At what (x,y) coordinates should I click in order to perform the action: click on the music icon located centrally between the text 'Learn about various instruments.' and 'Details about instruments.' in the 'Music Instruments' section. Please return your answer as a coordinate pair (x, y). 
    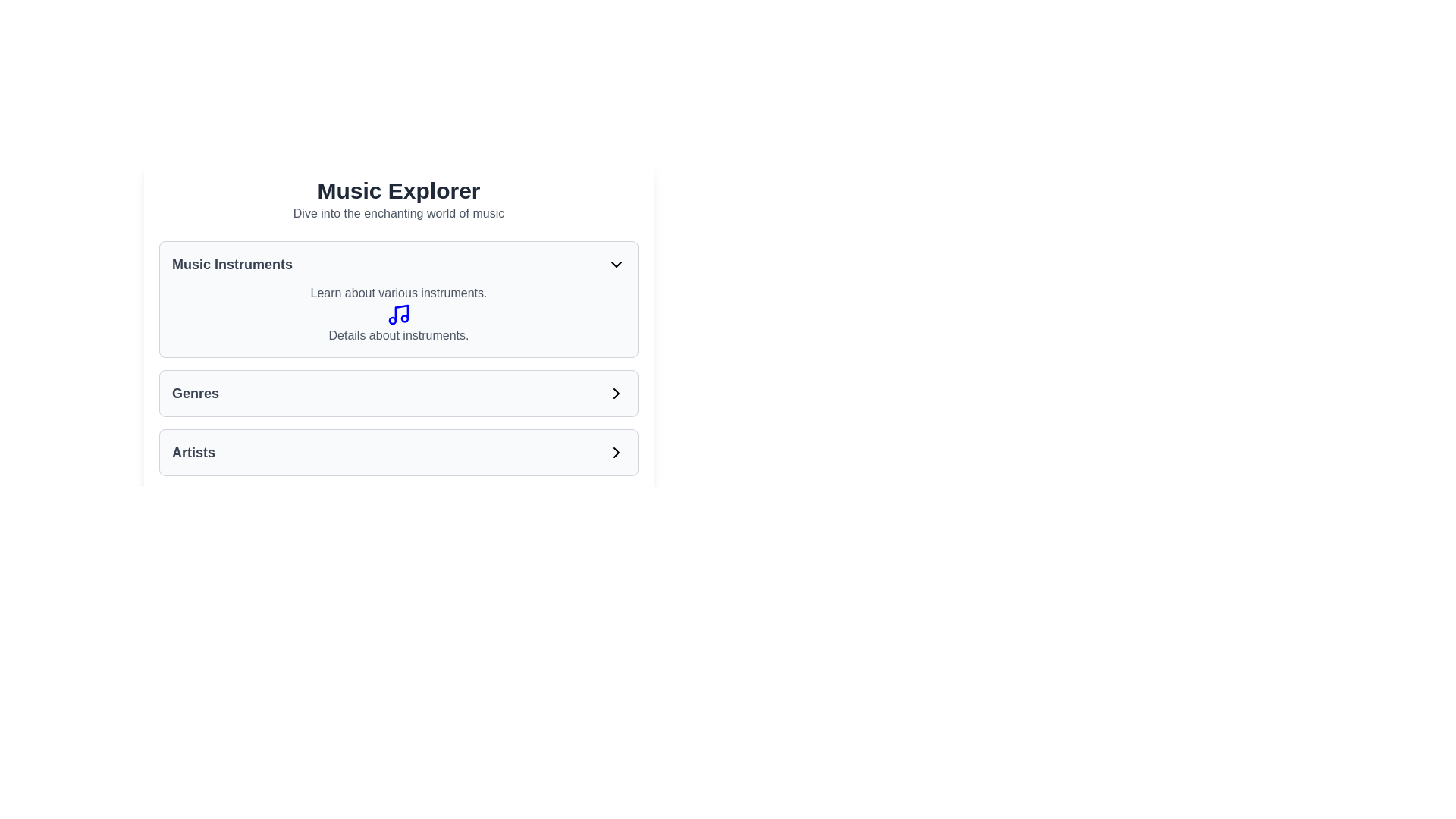
    Looking at the image, I should click on (399, 314).